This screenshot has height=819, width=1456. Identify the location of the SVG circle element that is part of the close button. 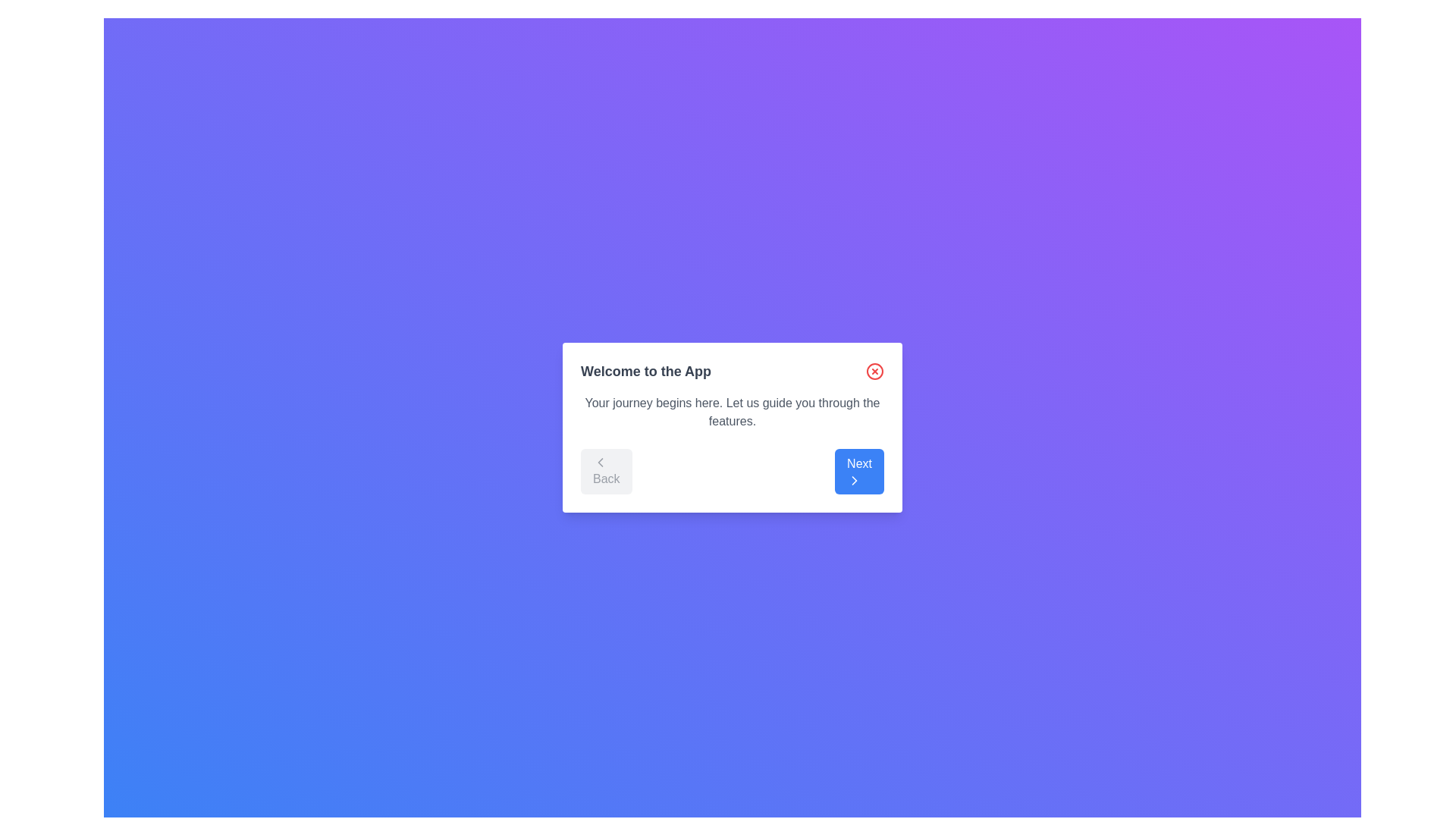
(874, 371).